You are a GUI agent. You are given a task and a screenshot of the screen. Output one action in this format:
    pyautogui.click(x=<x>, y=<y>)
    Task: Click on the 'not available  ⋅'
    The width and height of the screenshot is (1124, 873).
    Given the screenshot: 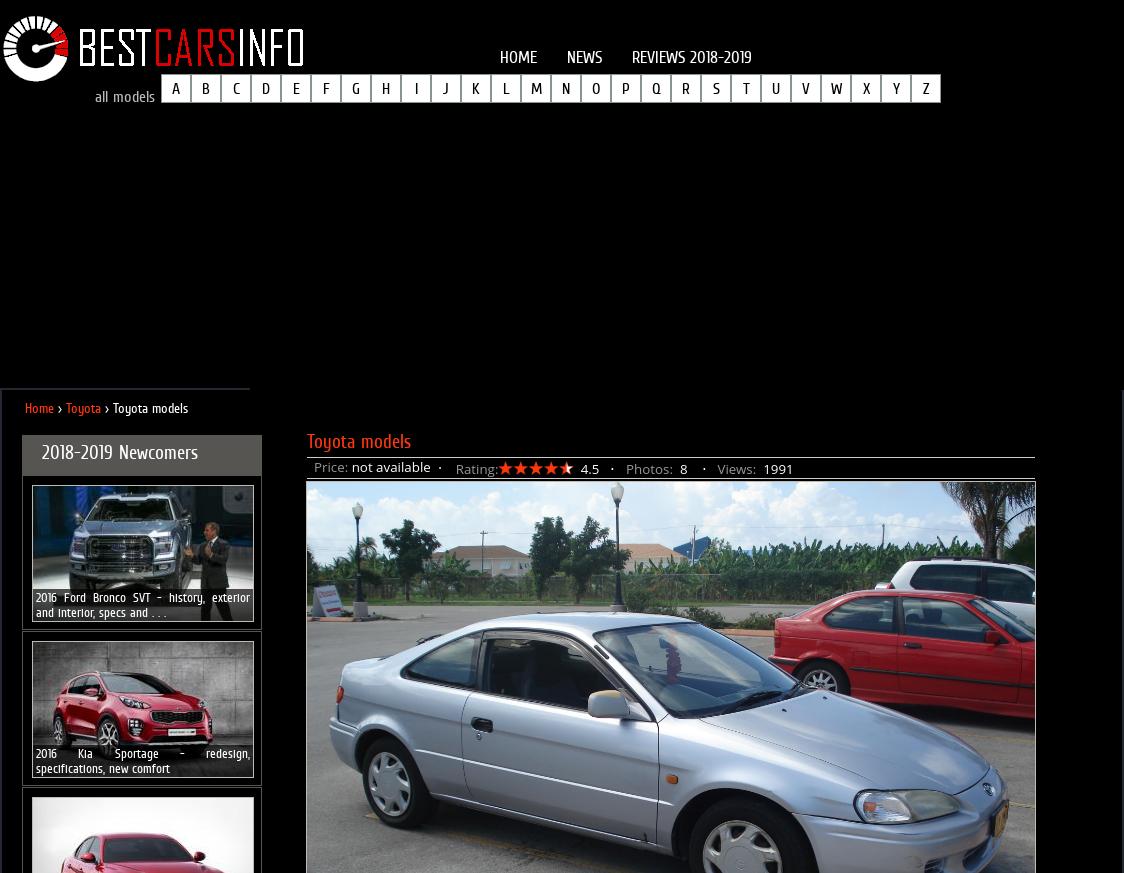 What is the action you would take?
    pyautogui.click(x=394, y=466)
    